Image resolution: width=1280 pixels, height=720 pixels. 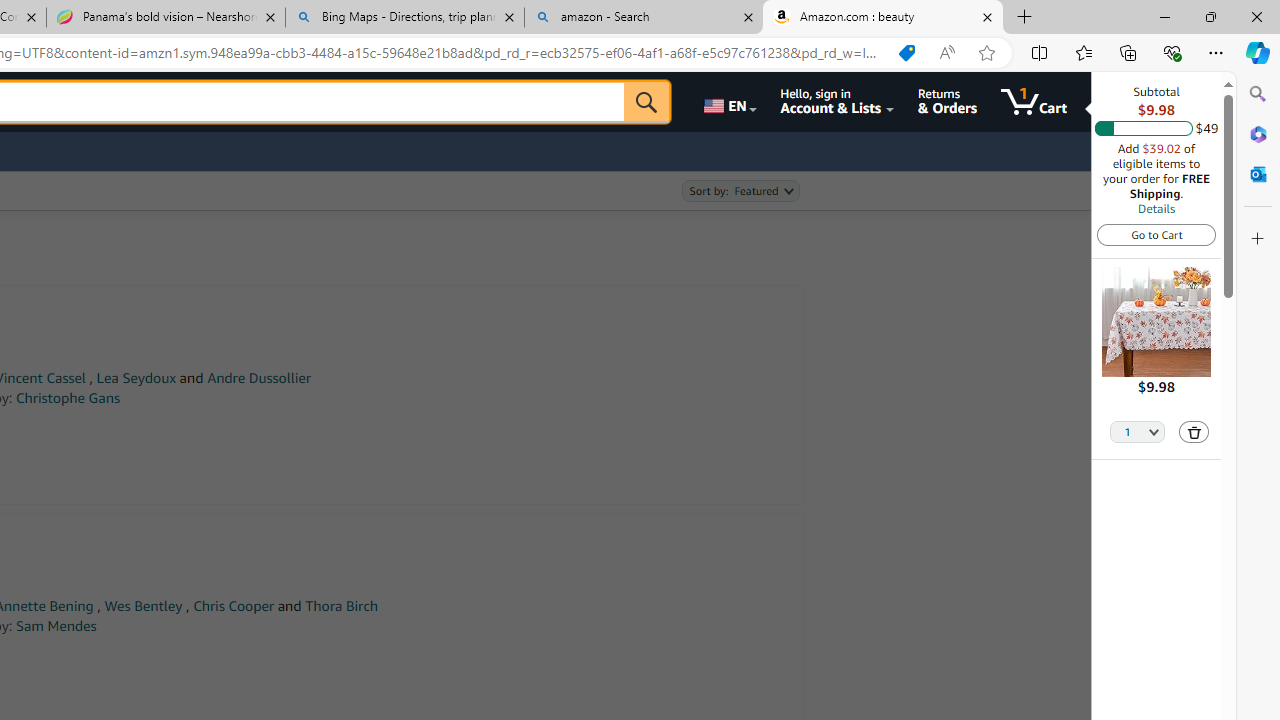 I want to click on 'Choose a language for shopping.', so click(x=727, y=101).